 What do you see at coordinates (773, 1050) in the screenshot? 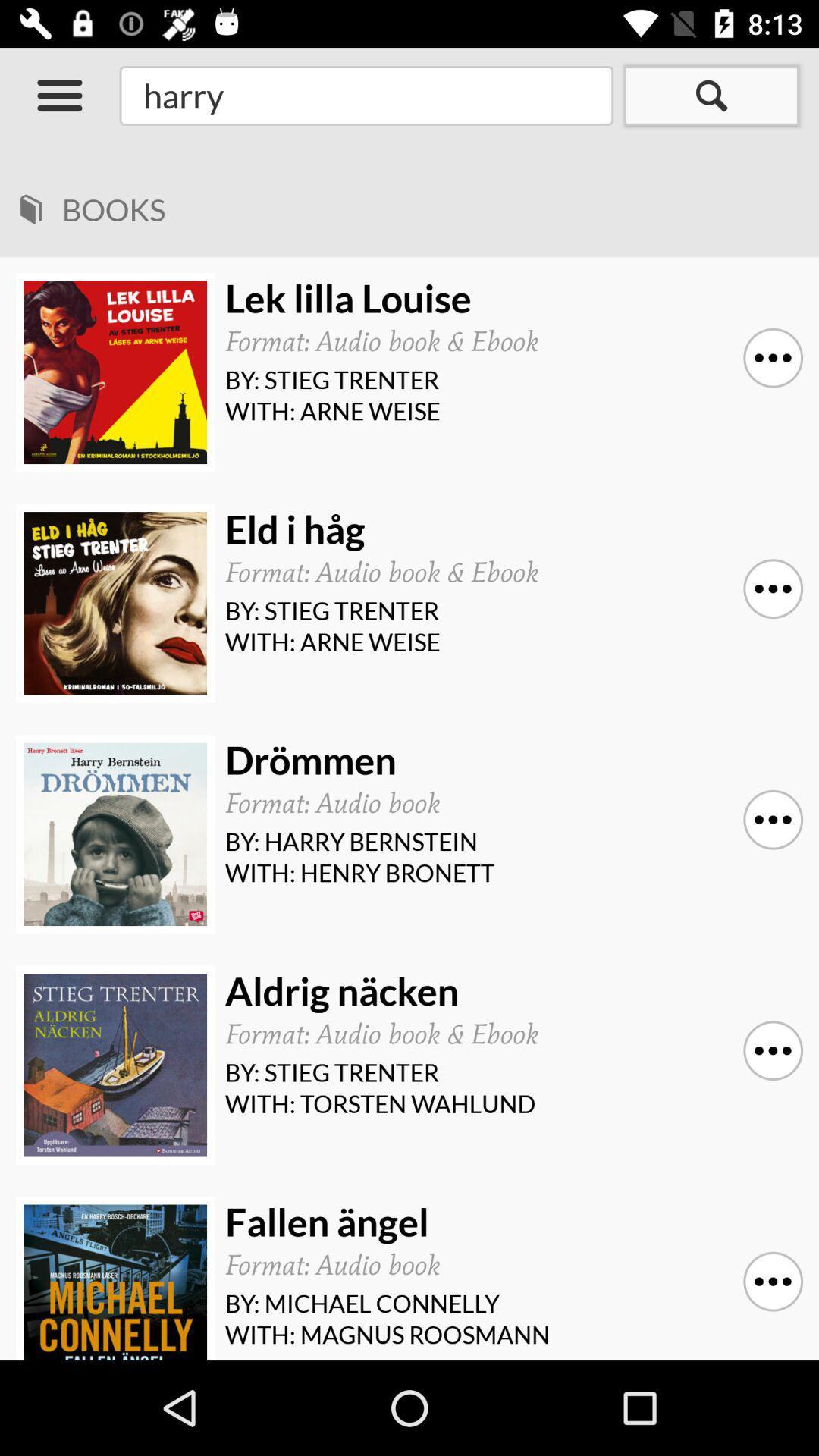
I see `the icon above with: torsten wahlund icon` at bounding box center [773, 1050].